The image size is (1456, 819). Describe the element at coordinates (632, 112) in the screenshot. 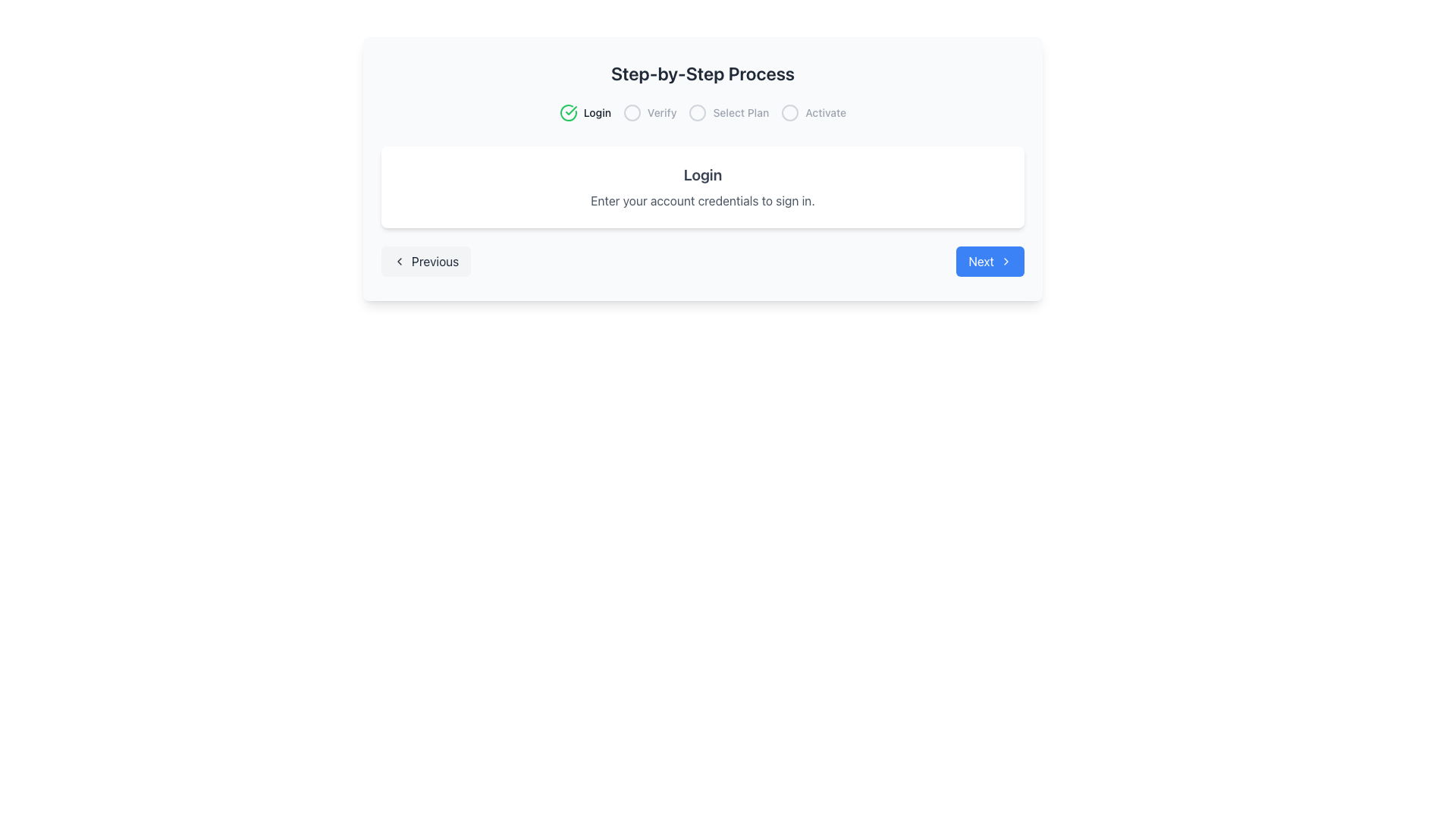

I see `the state or styling of the first SVG circle element in the progress bar associated with the second step labeled 'Verify'` at that location.